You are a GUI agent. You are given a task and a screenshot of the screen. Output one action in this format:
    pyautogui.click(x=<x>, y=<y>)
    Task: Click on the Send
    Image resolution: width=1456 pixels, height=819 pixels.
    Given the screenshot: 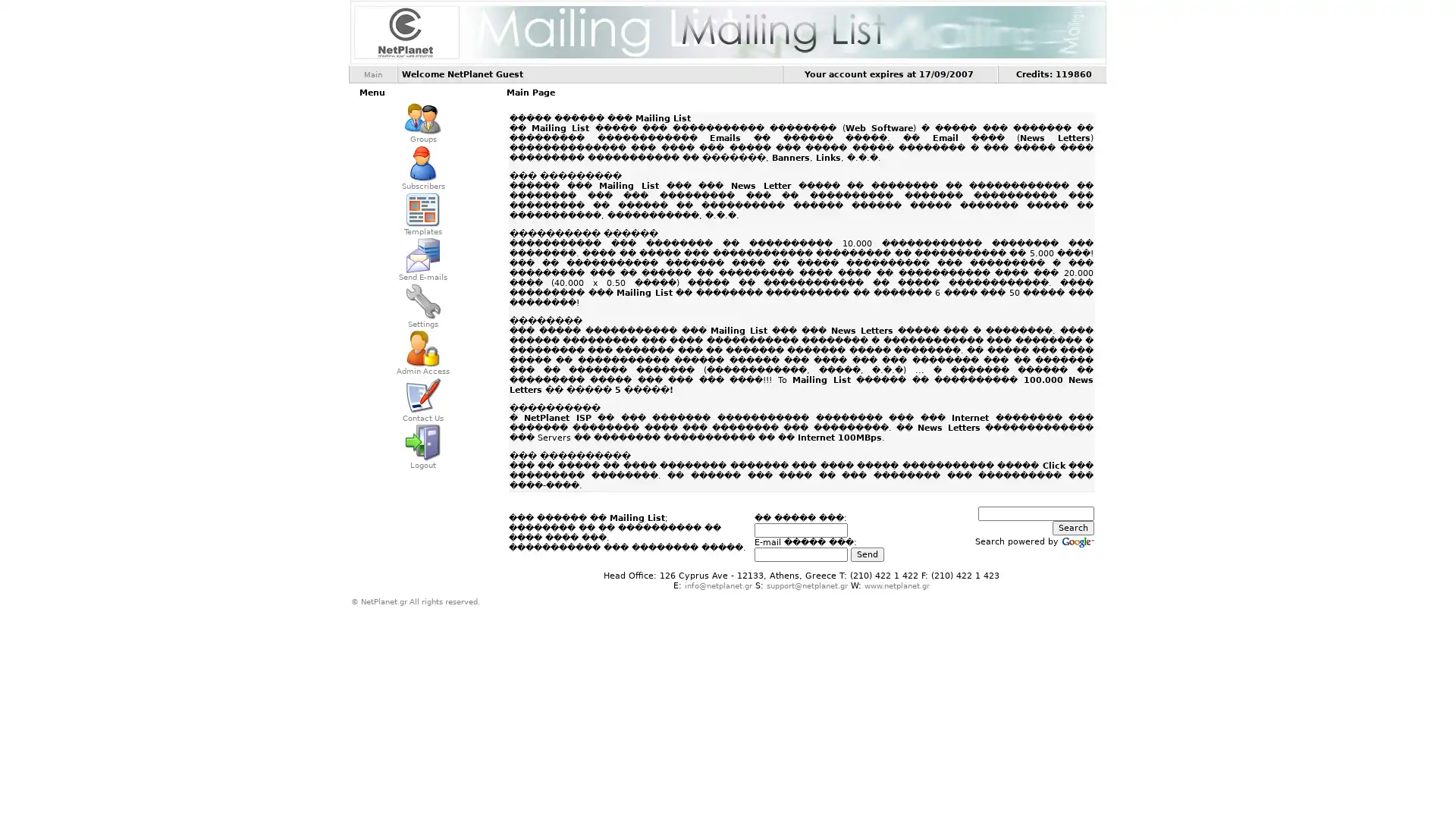 What is the action you would take?
    pyautogui.click(x=866, y=554)
    